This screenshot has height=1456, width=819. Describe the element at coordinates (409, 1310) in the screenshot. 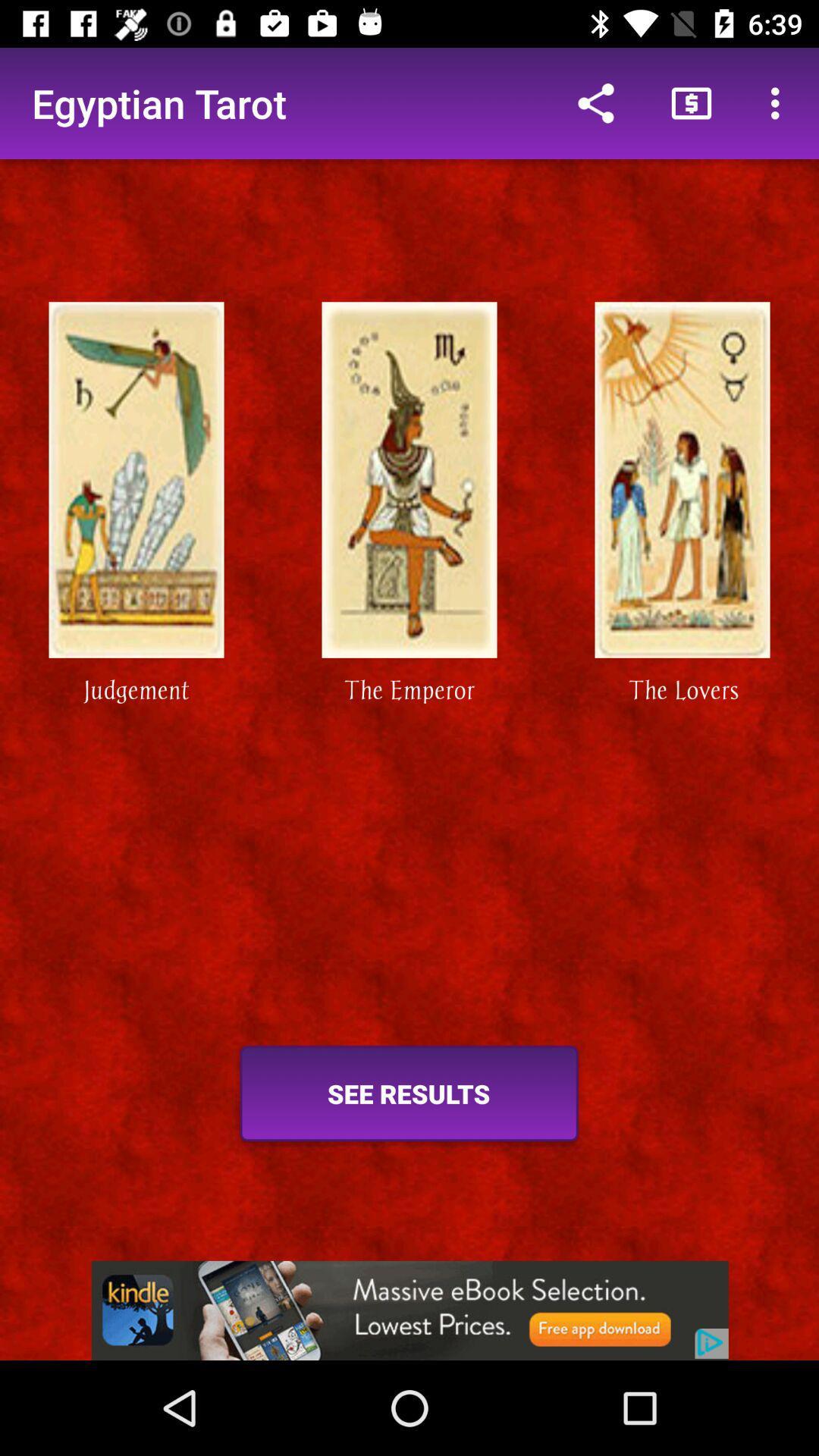

I see `advertisement` at that location.